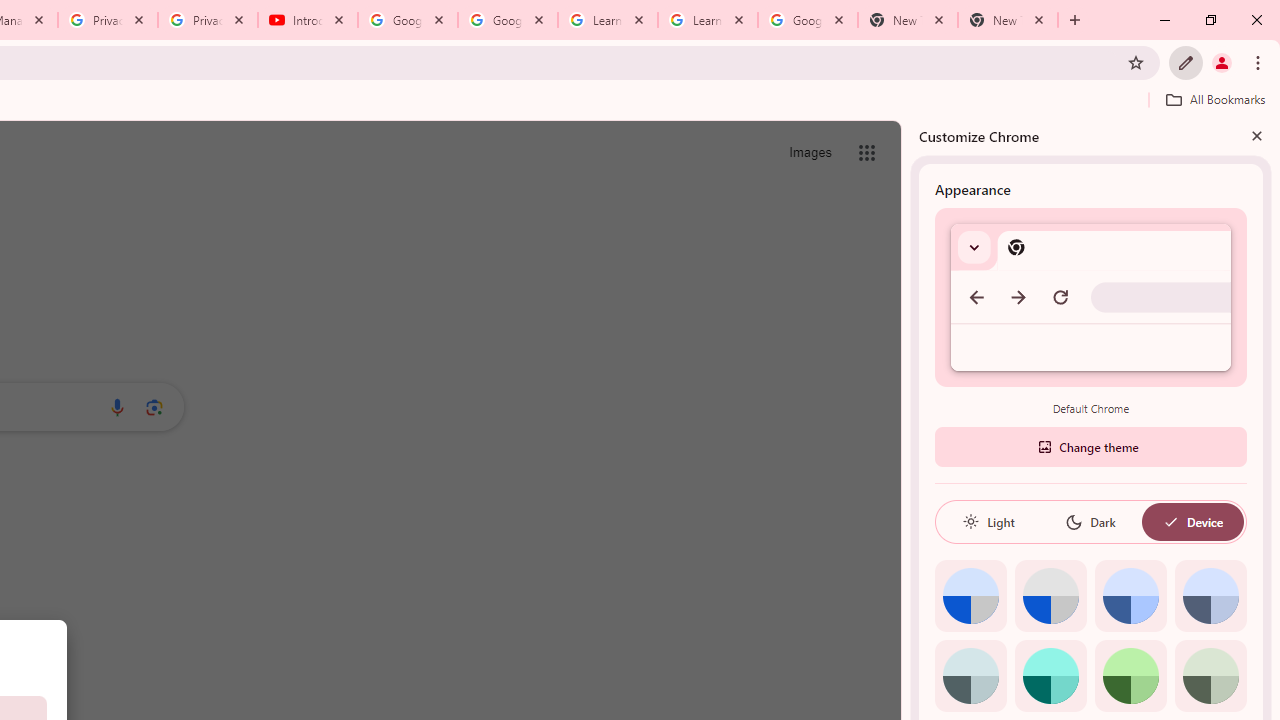 The width and height of the screenshot is (1280, 720). Describe the element at coordinates (807, 20) in the screenshot. I see `'Google Account'` at that location.